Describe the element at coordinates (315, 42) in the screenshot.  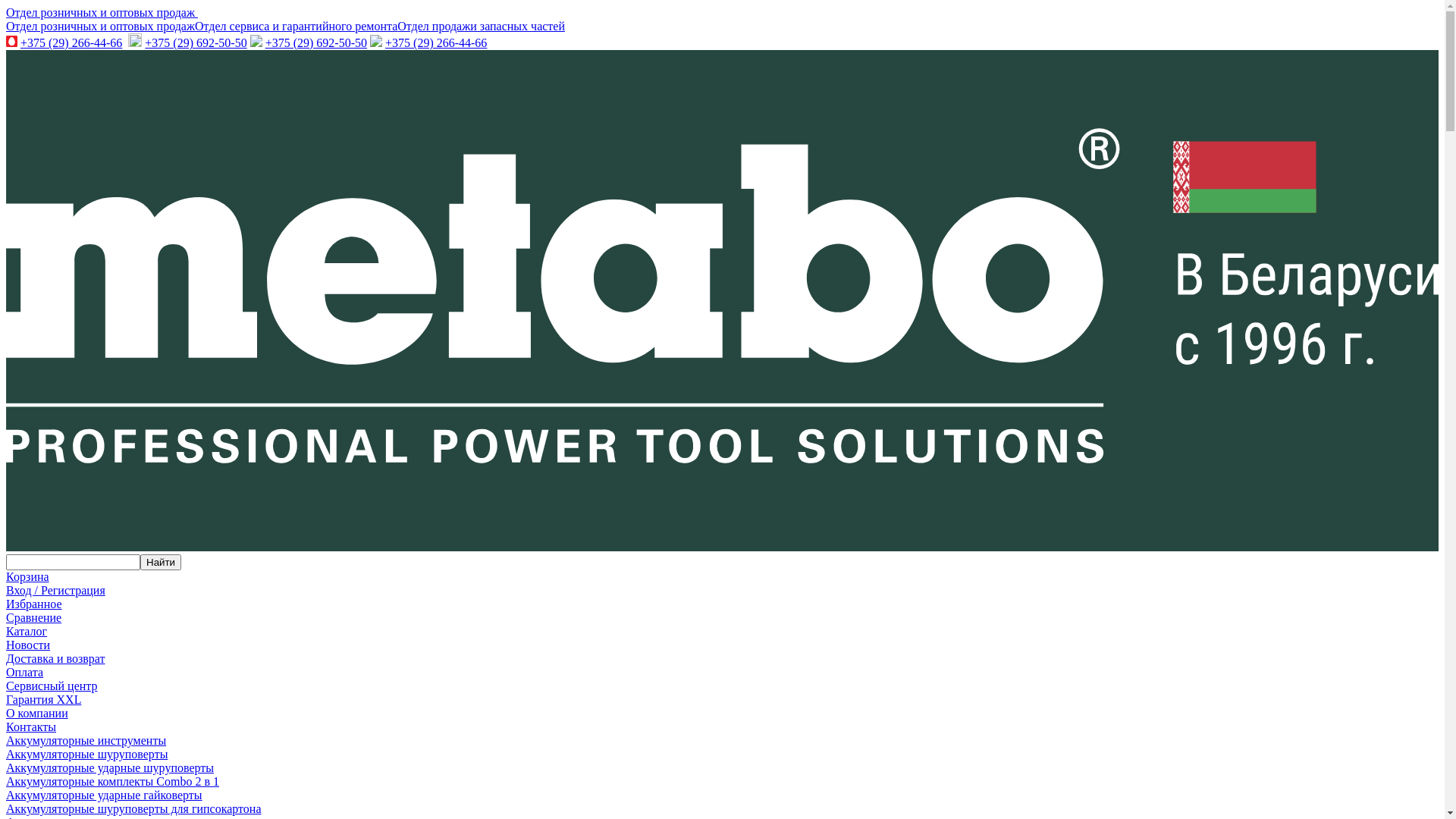
I see `'+375 (29) 692-50-50'` at that location.